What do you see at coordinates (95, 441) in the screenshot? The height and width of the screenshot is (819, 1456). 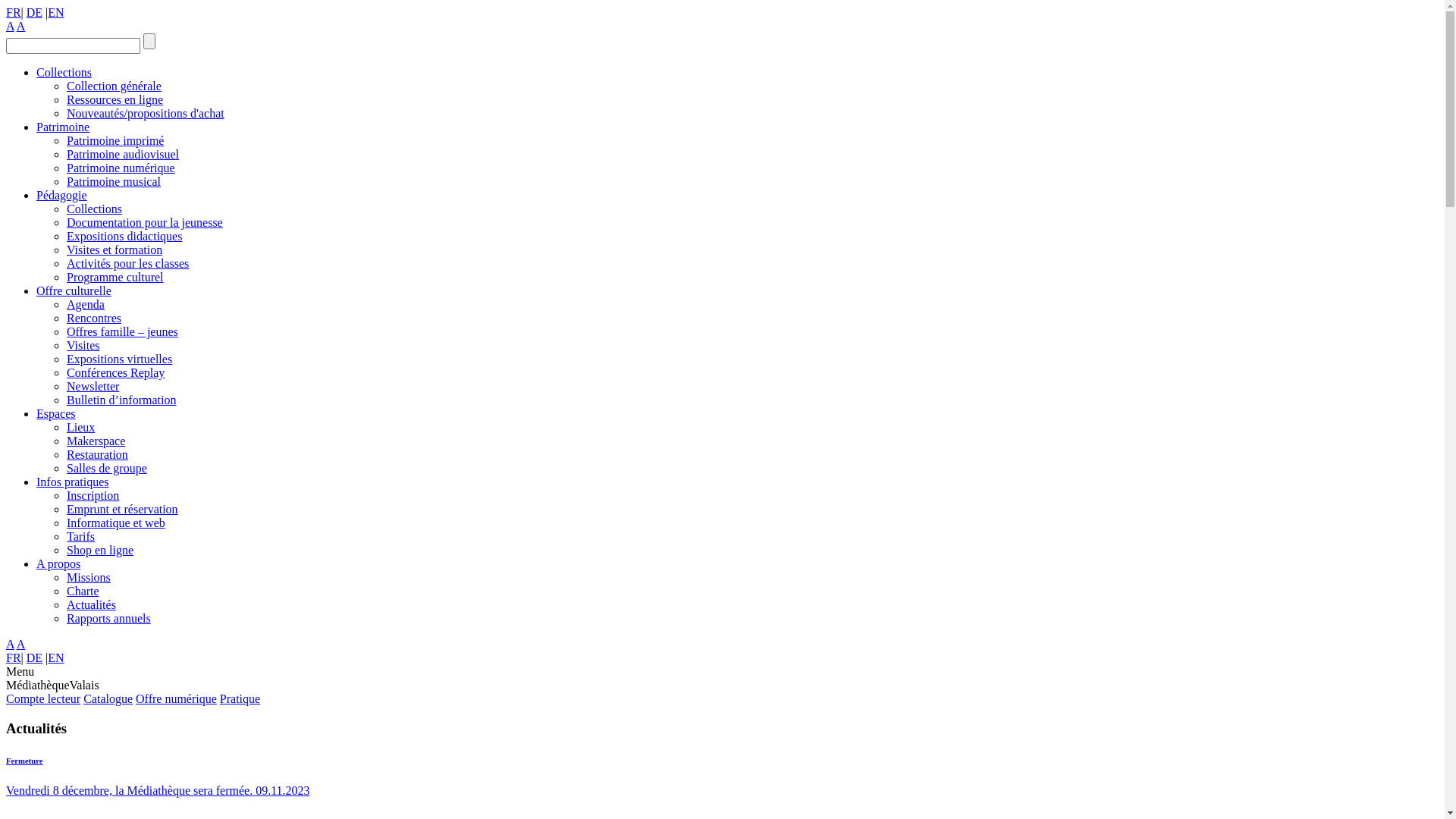 I see `'Makerspace'` at bounding box center [95, 441].